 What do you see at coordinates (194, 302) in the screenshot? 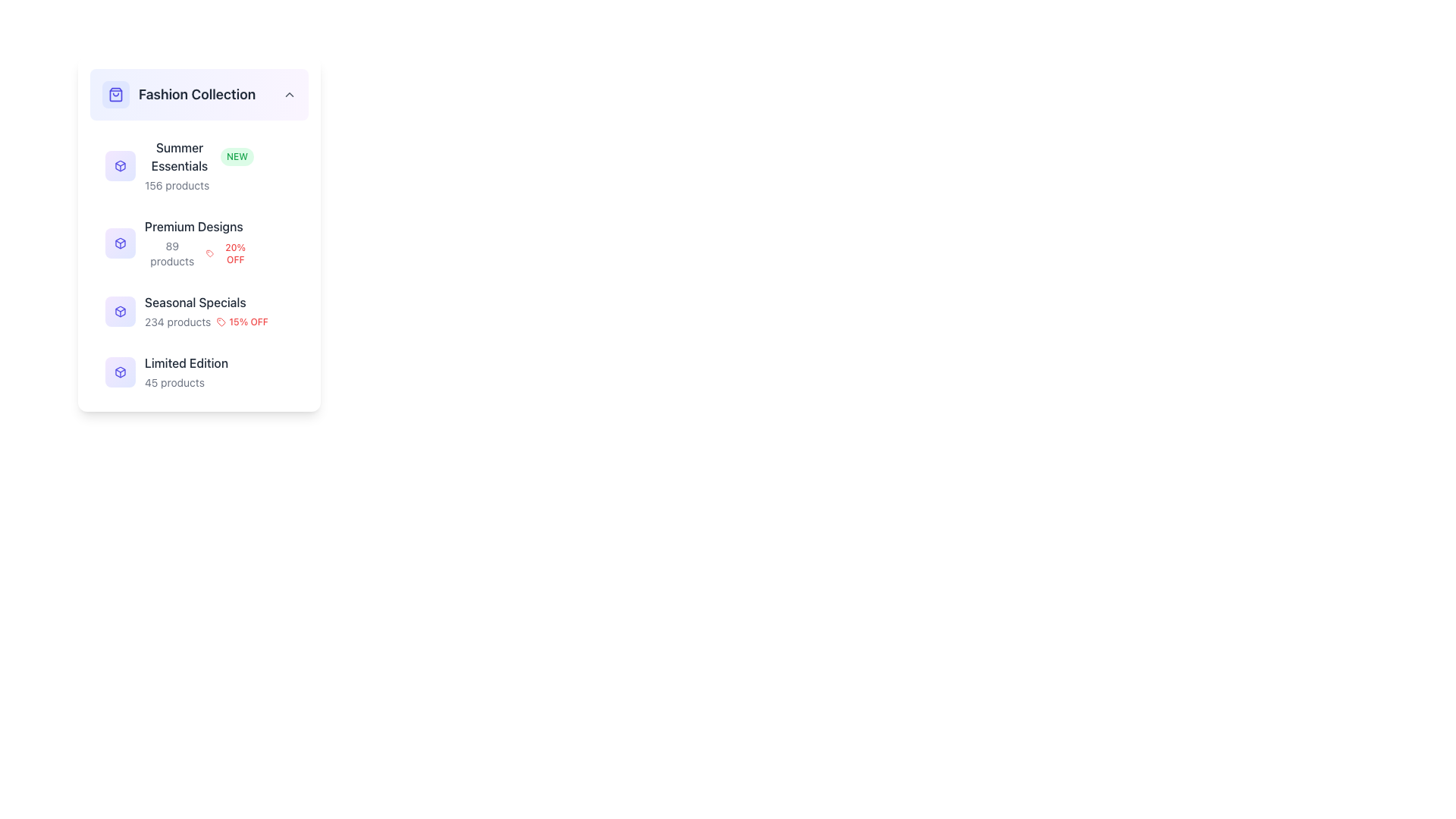
I see `the text label reading 'Seasonal Specials', which is the third item in the vertical list of the 'Fashion Collection' group, located between 'Premium Designs' and 'Limited Edition'` at bounding box center [194, 302].